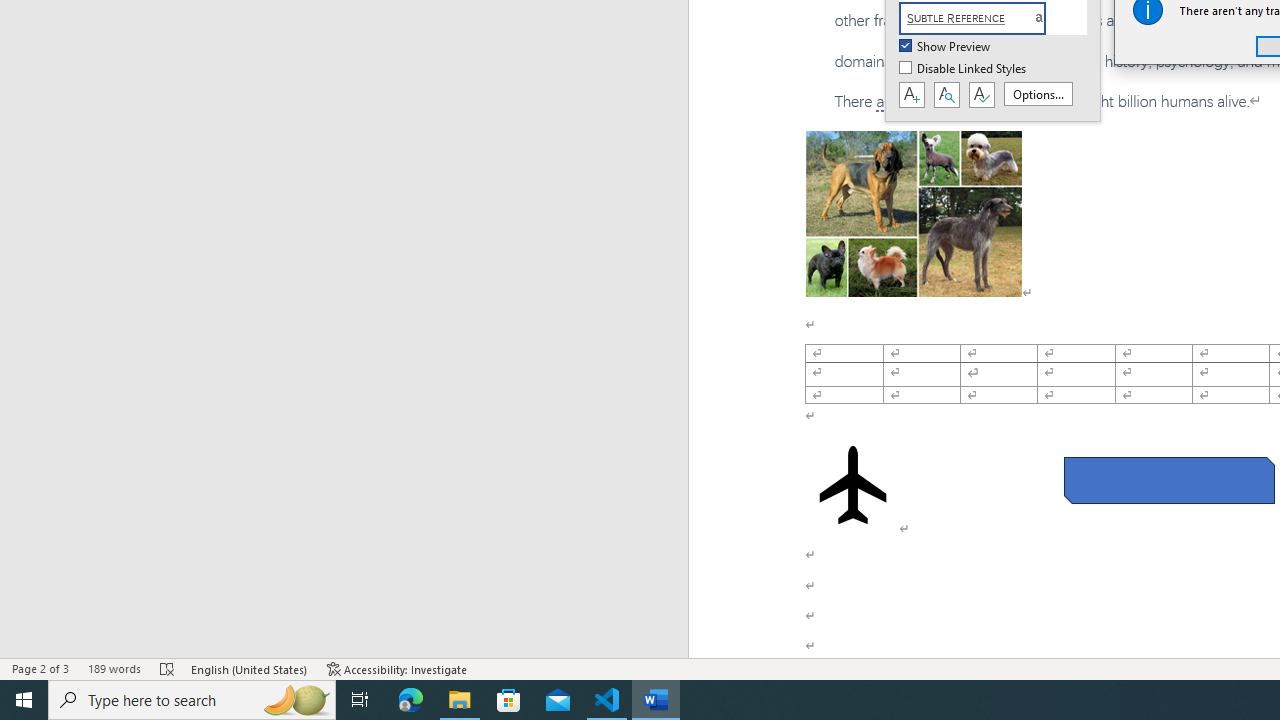 This screenshot has width=1280, height=720. I want to click on 'Morphological variation in six dogs', so click(912, 213).